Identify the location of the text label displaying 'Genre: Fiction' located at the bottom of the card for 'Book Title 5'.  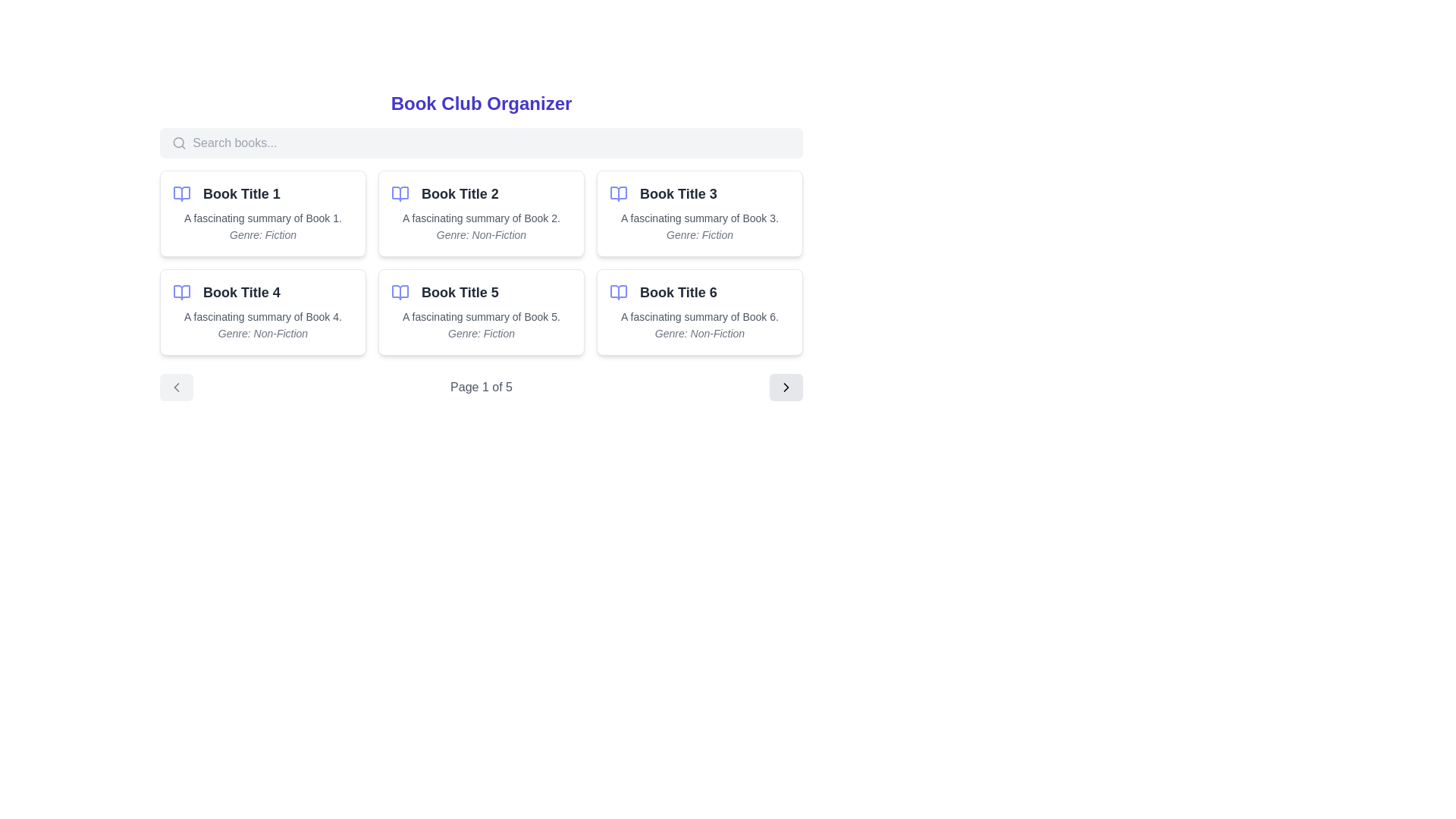
(480, 332).